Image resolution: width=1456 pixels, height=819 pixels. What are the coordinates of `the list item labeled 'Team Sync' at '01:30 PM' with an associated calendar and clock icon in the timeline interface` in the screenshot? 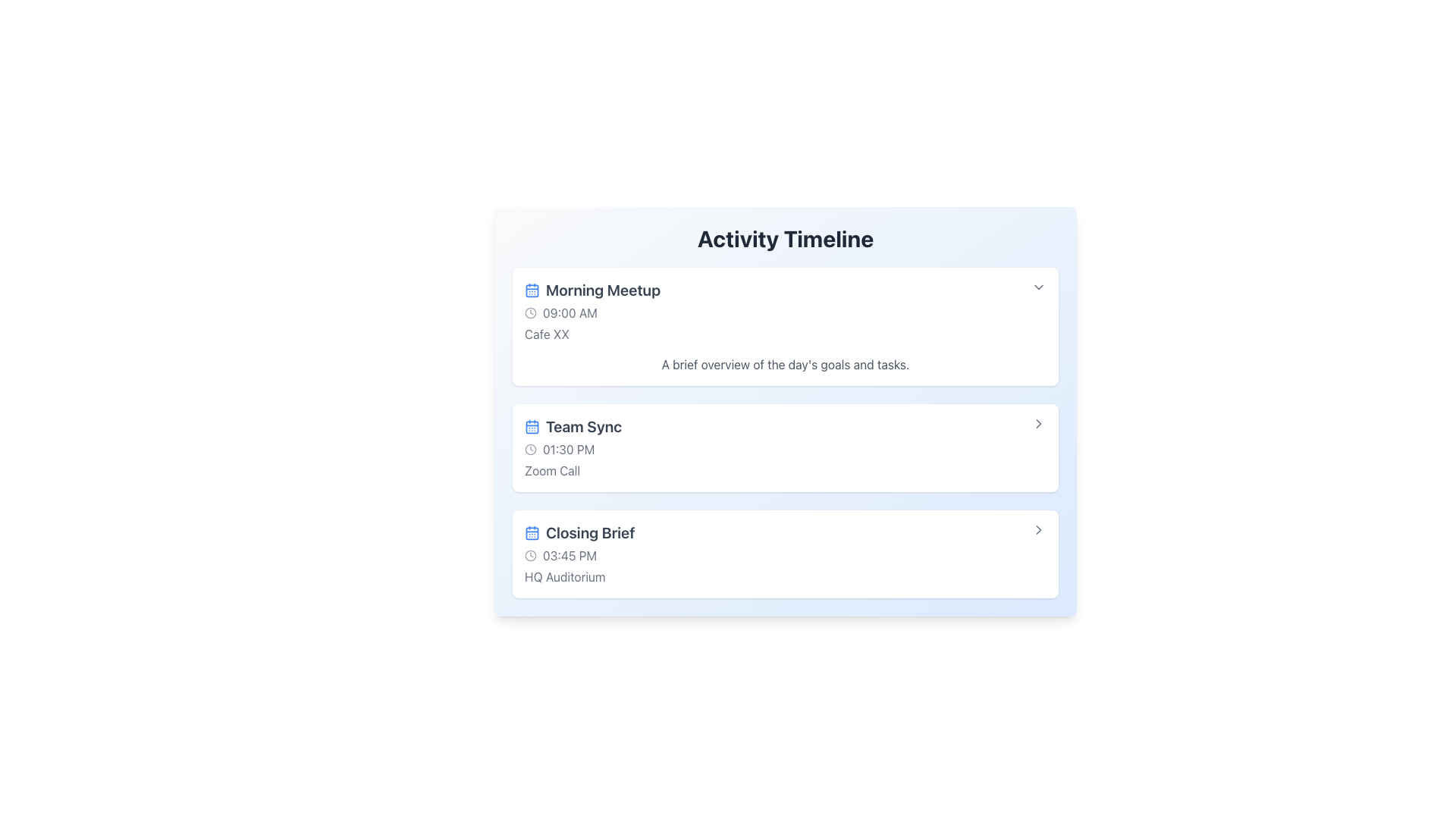 It's located at (573, 447).